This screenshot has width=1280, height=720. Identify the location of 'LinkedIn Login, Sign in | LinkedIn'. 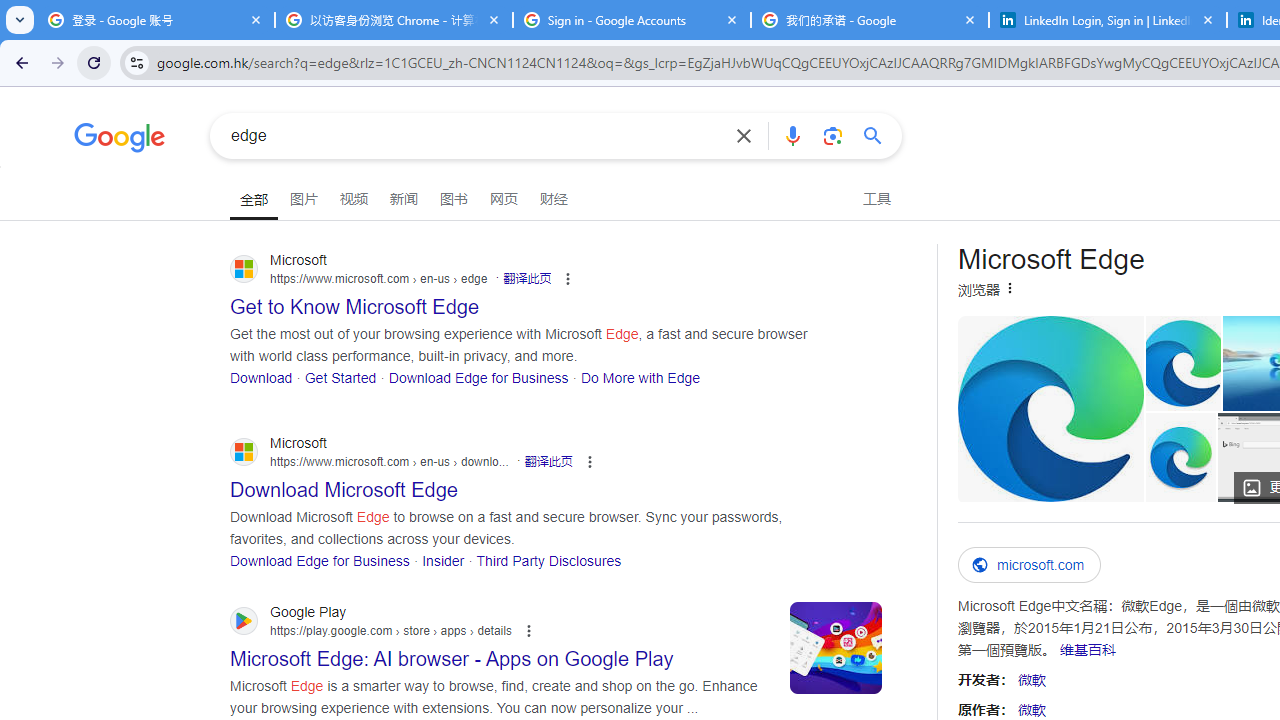
(1107, 20).